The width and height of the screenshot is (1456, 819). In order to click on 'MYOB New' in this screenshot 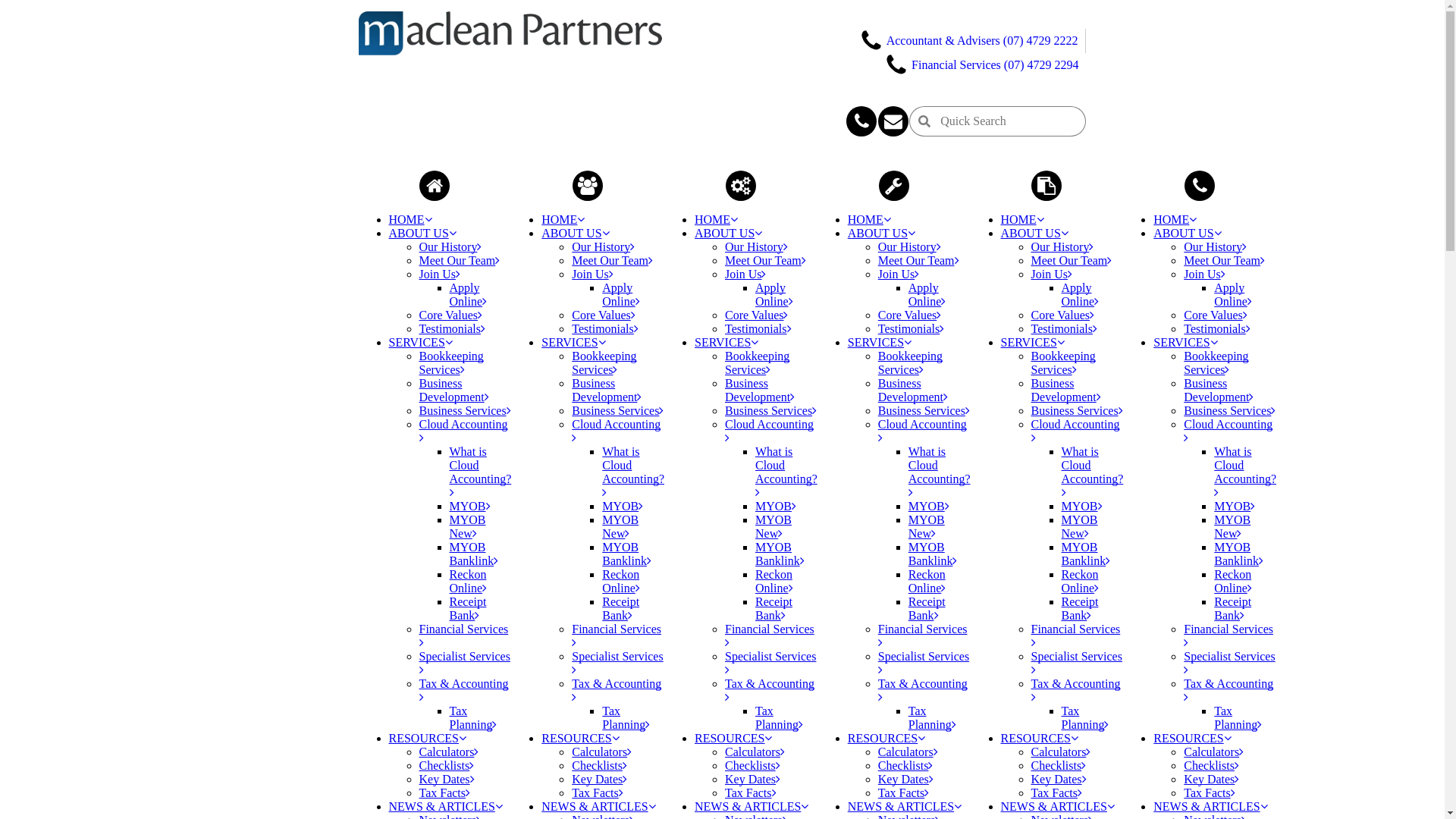, I will do `click(755, 526)`.